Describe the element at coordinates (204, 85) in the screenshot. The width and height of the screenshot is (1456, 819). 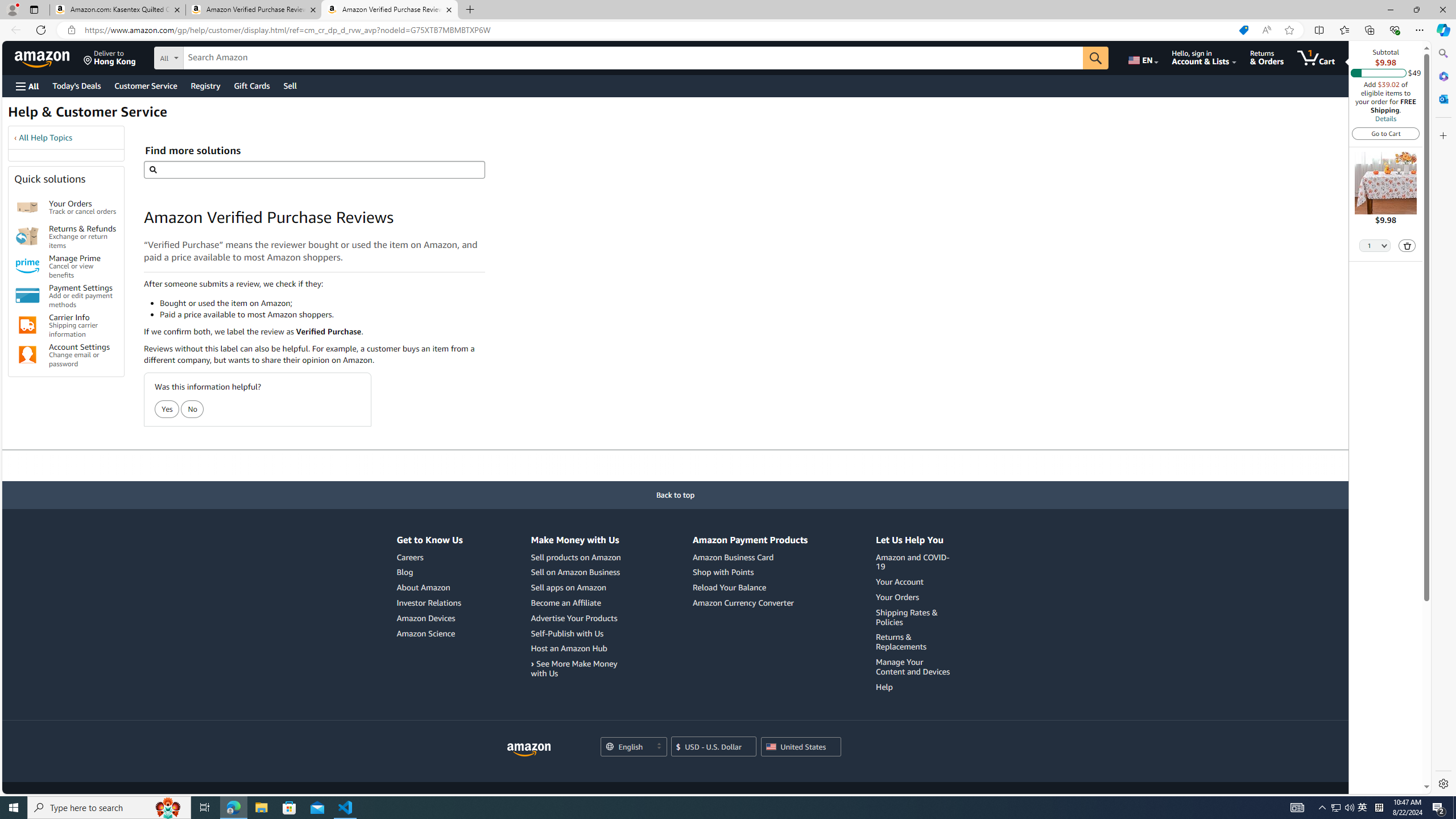
I see `'Registry'` at that location.